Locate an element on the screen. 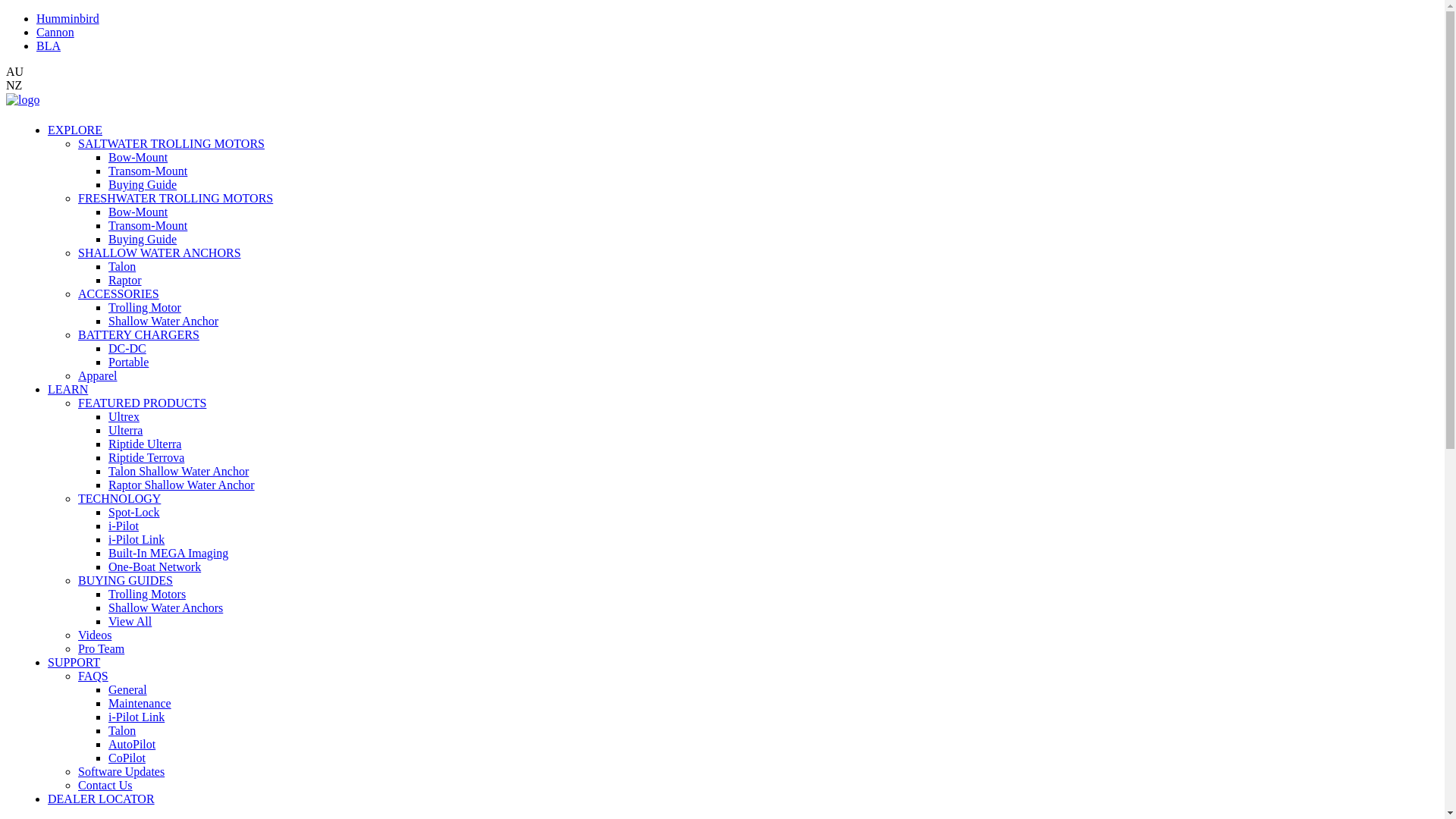  'SALTWATER TROLLING MOTORS' is located at coordinates (171, 143).